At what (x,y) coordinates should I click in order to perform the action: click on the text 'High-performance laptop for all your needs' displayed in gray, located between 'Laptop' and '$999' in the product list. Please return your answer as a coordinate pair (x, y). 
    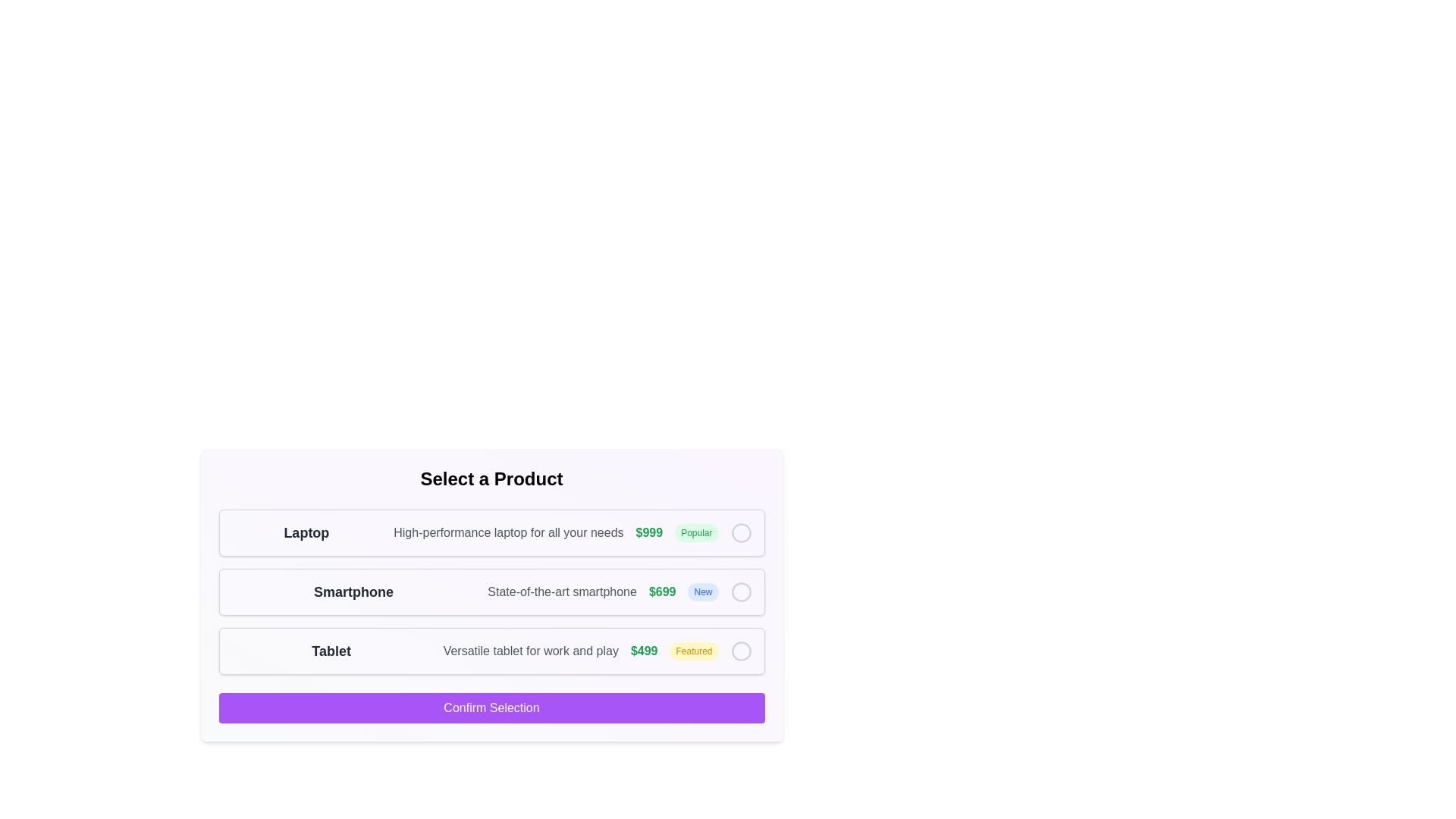
    Looking at the image, I should click on (508, 532).